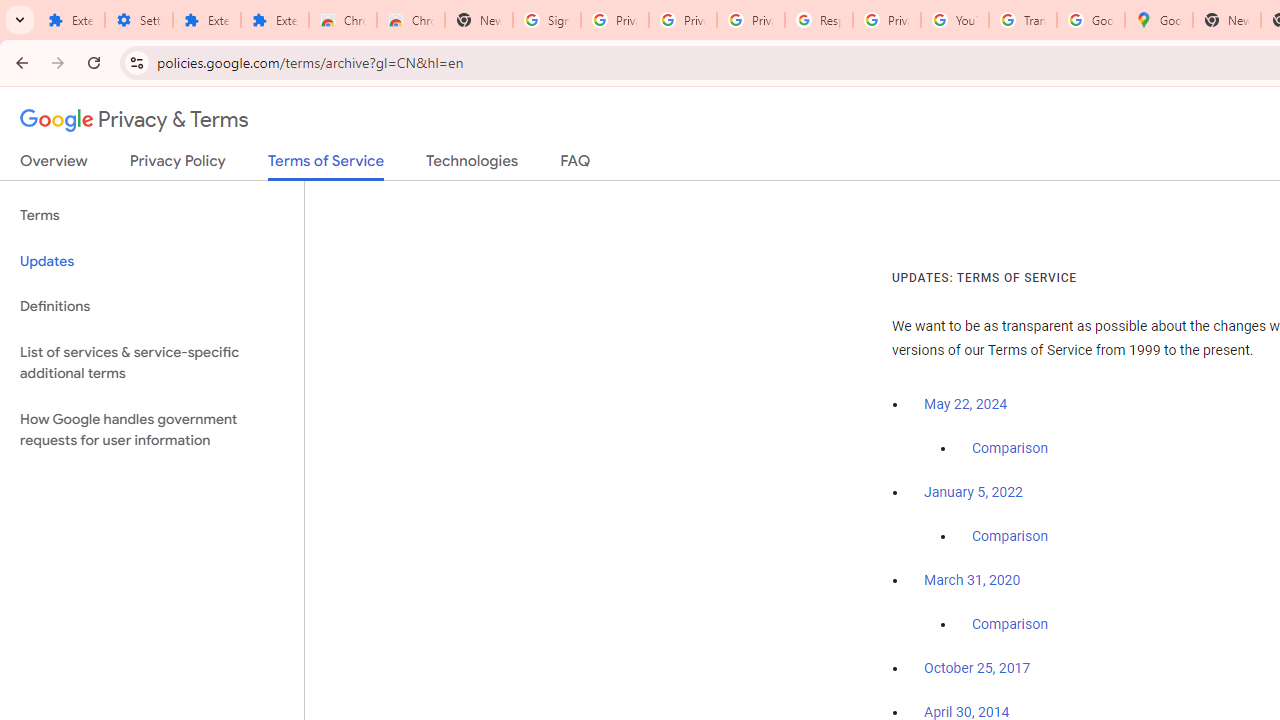 The height and width of the screenshot is (720, 1280). I want to click on 'Privacy & Terms', so click(134, 120).